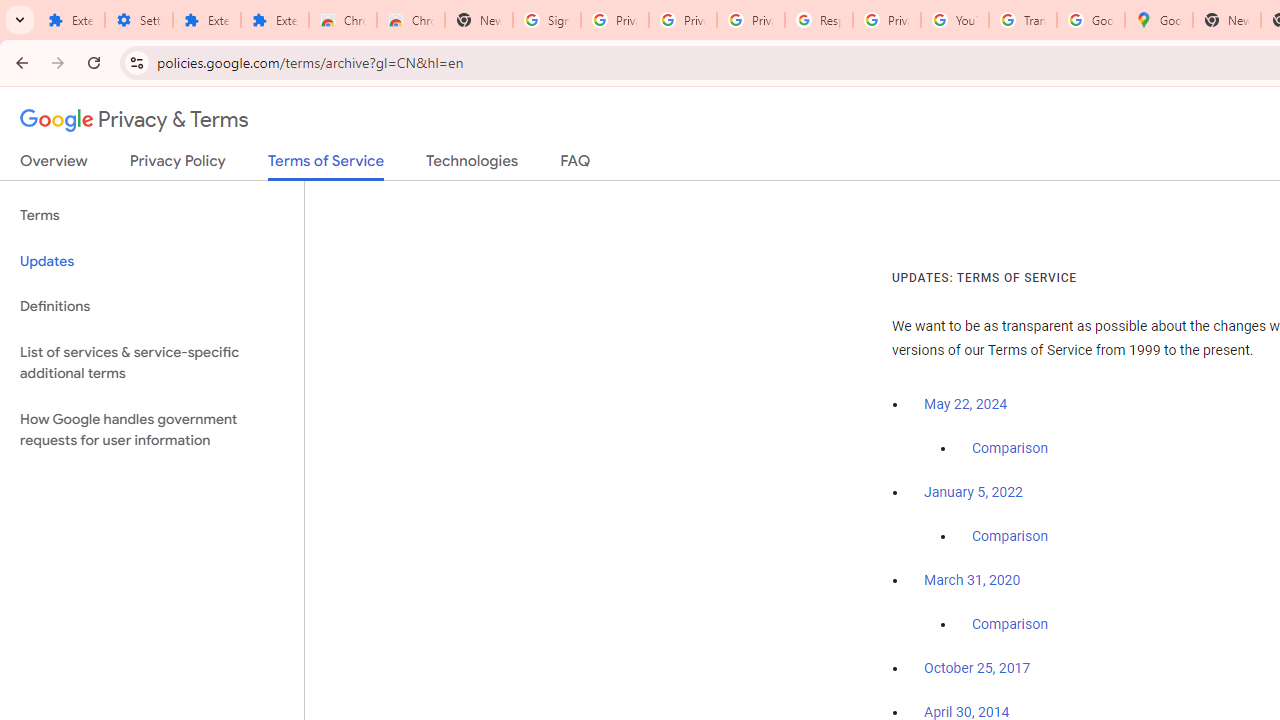 The height and width of the screenshot is (720, 1280). I want to click on 'Privacy & Terms', so click(134, 120).